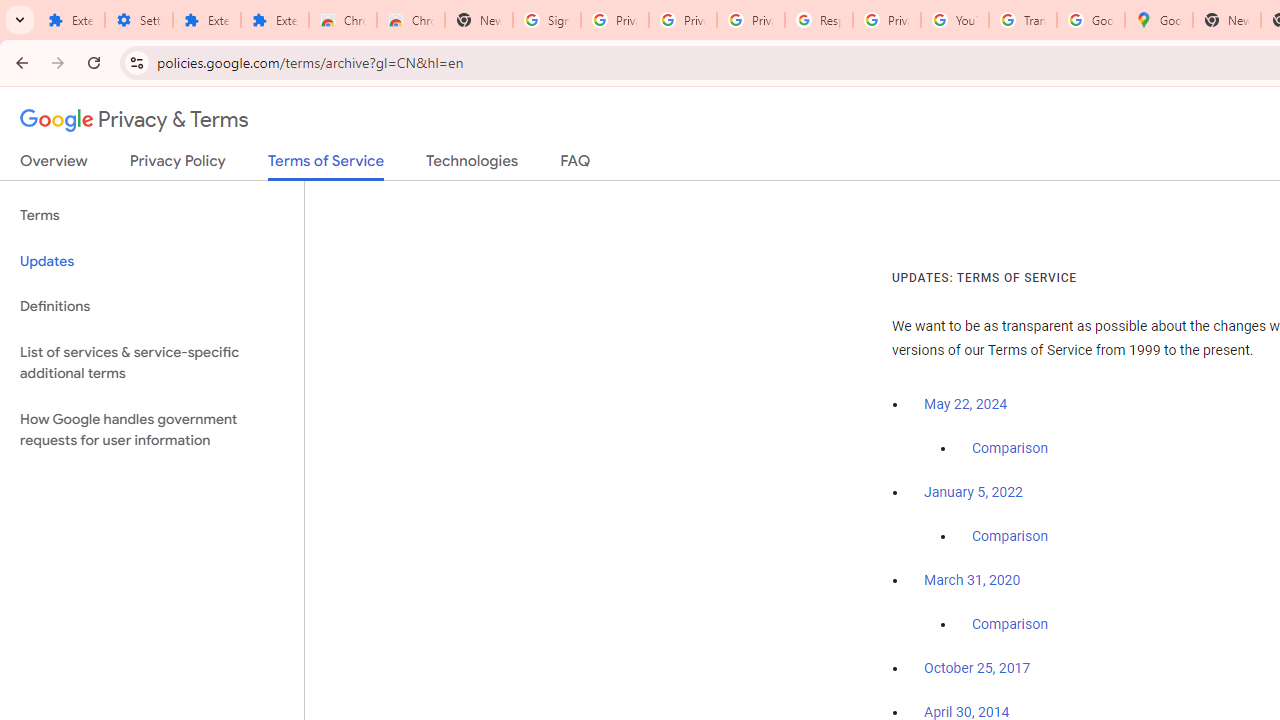 The height and width of the screenshot is (720, 1280). I want to click on 'Privacy & Terms', so click(134, 120).